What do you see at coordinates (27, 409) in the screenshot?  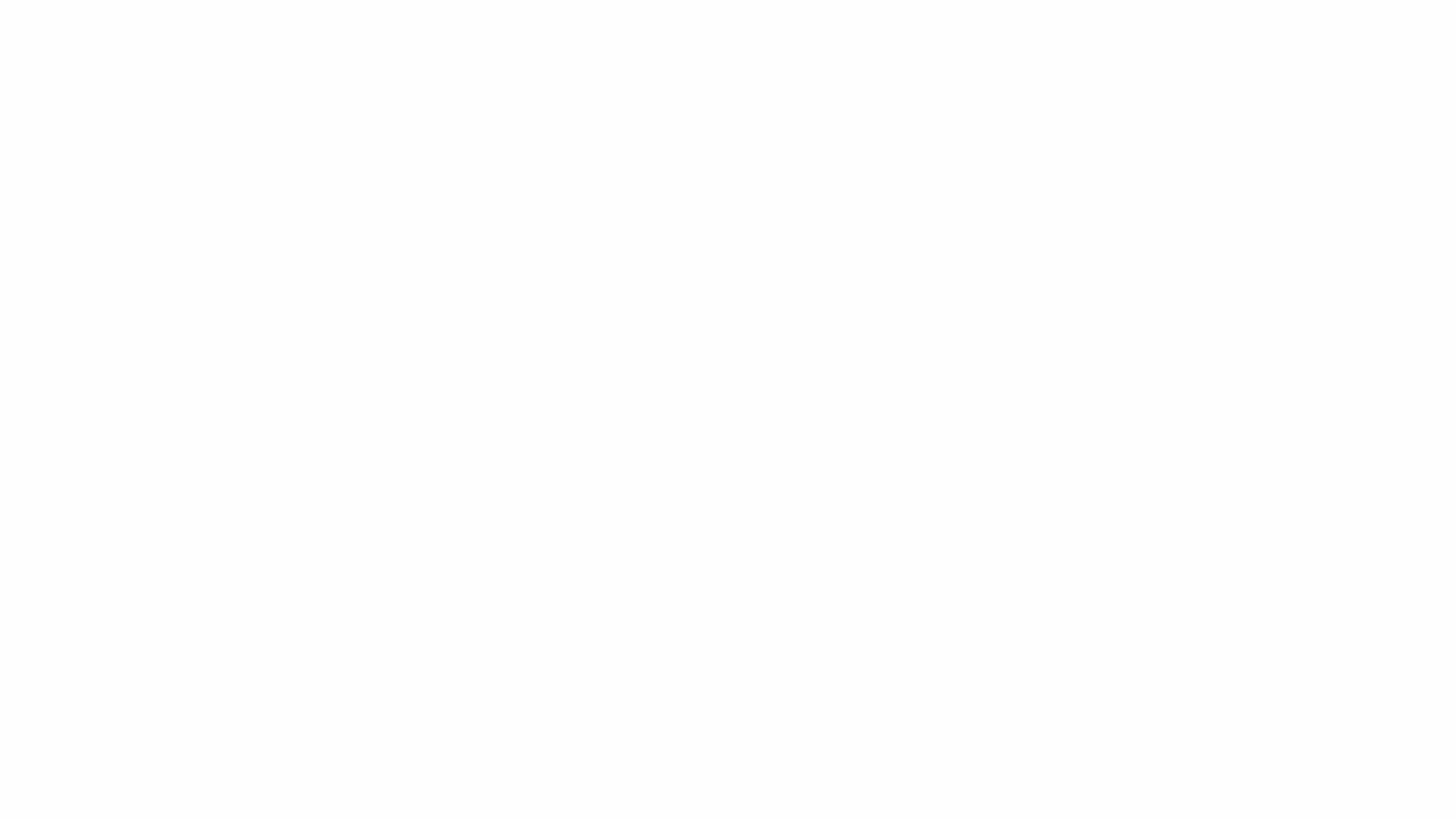 I see `Previous` at bounding box center [27, 409].